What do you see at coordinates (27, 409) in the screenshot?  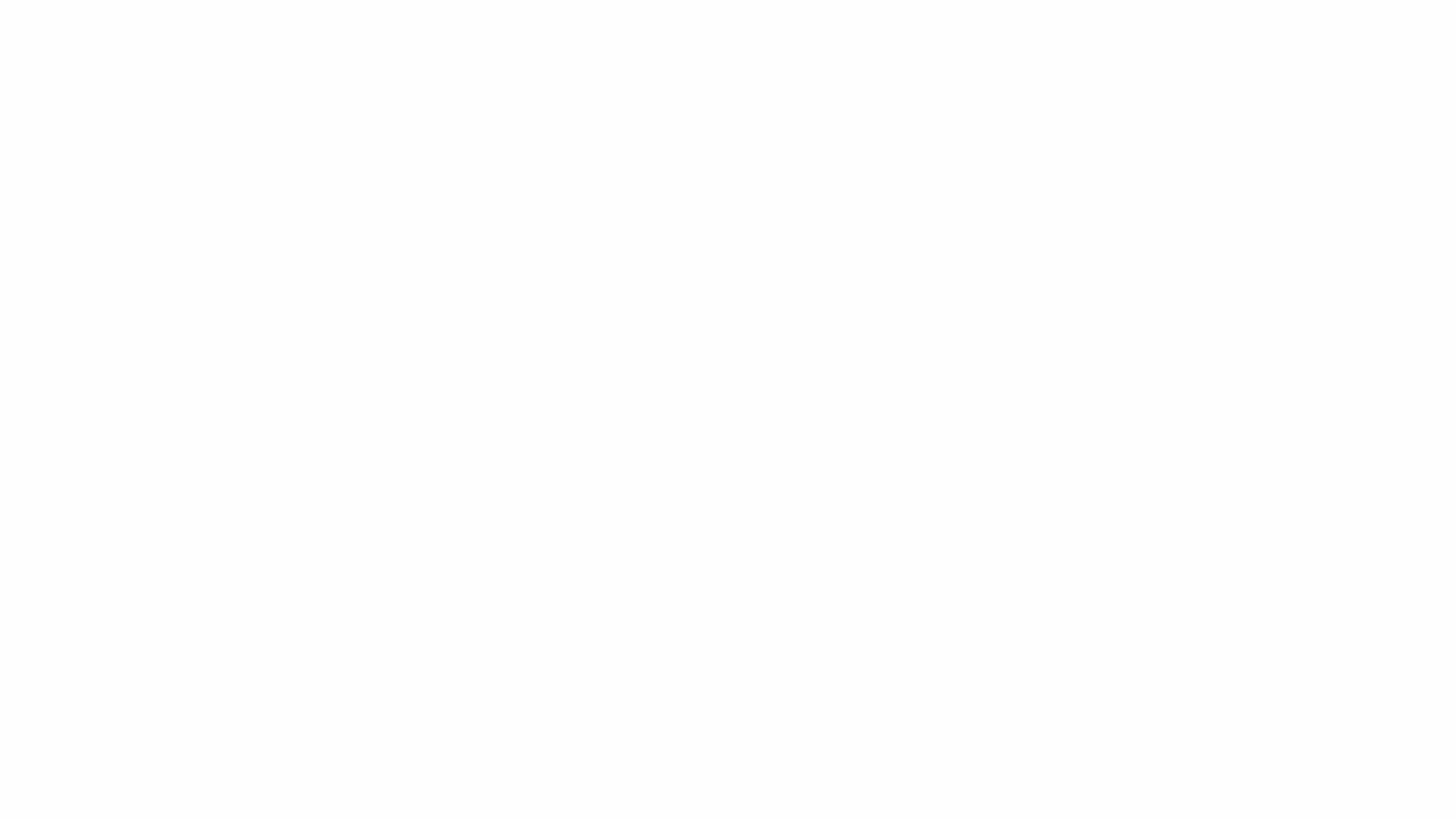 I see `Previous` at bounding box center [27, 409].